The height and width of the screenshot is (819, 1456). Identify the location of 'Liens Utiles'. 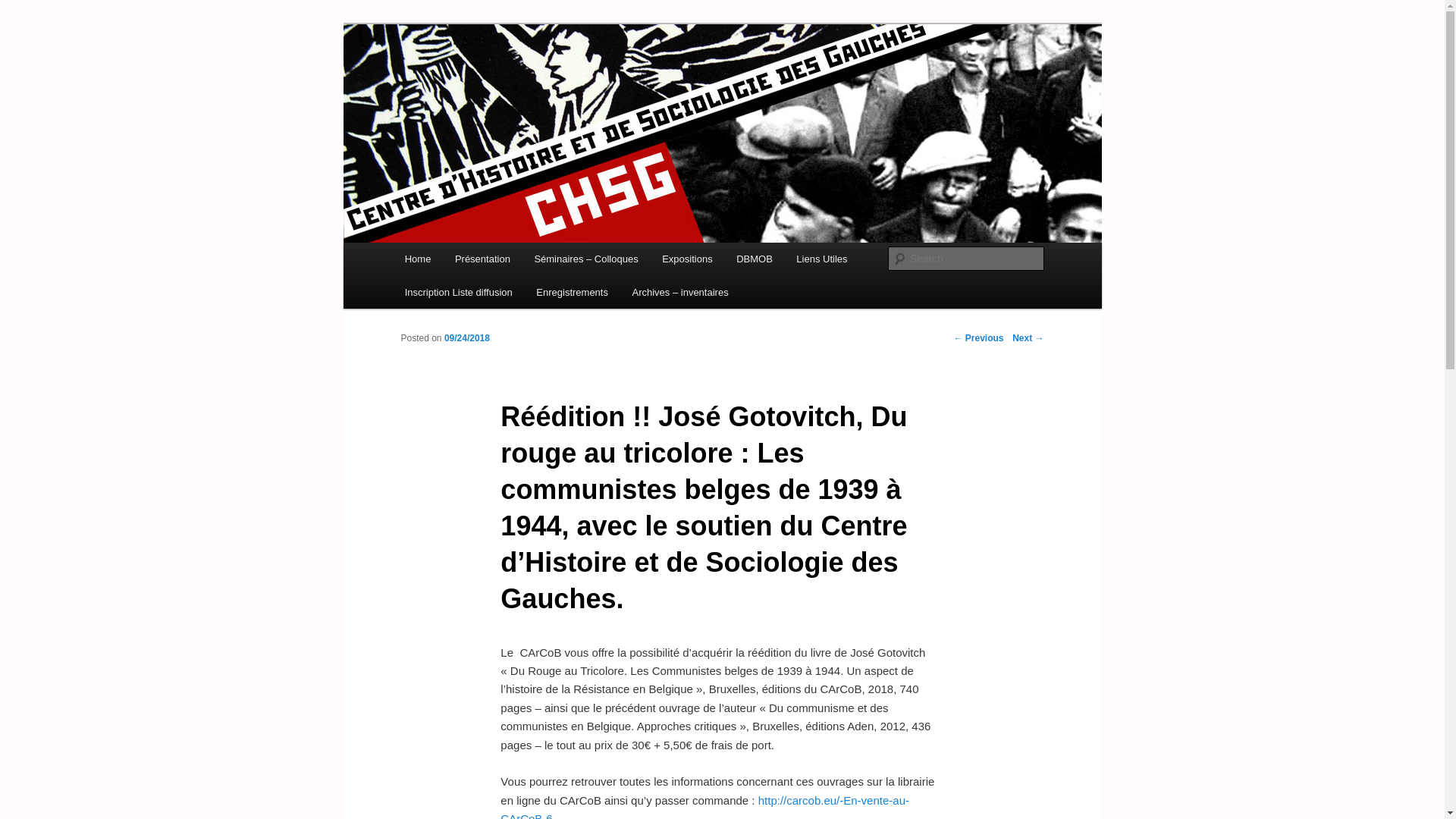
(821, 258).